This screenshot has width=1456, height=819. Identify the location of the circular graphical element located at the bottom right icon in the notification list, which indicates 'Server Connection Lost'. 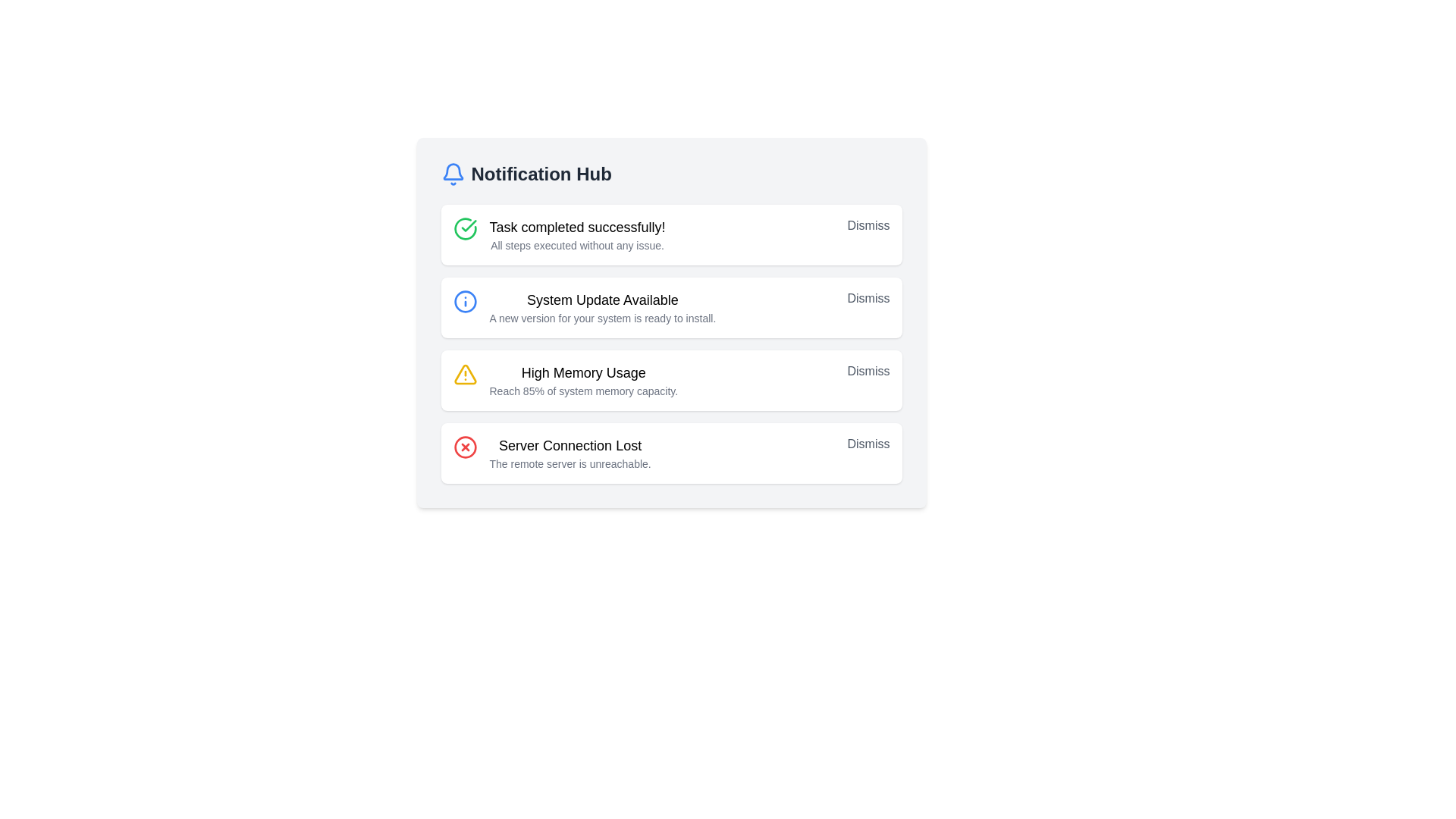
(464, 447).